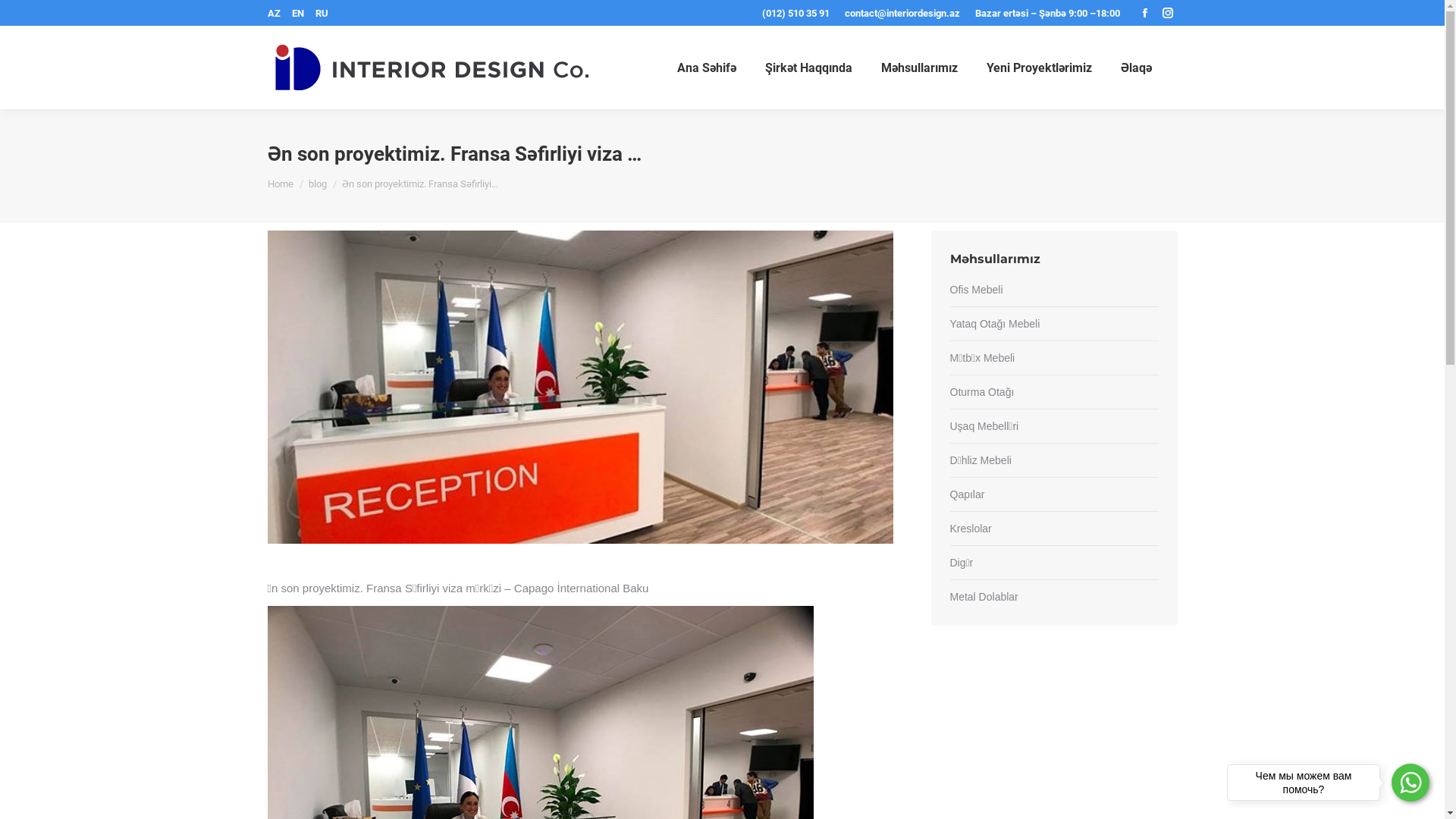 This screenshot has width=1456, height=819. I want to click on 'AZ', so click(273, 13).